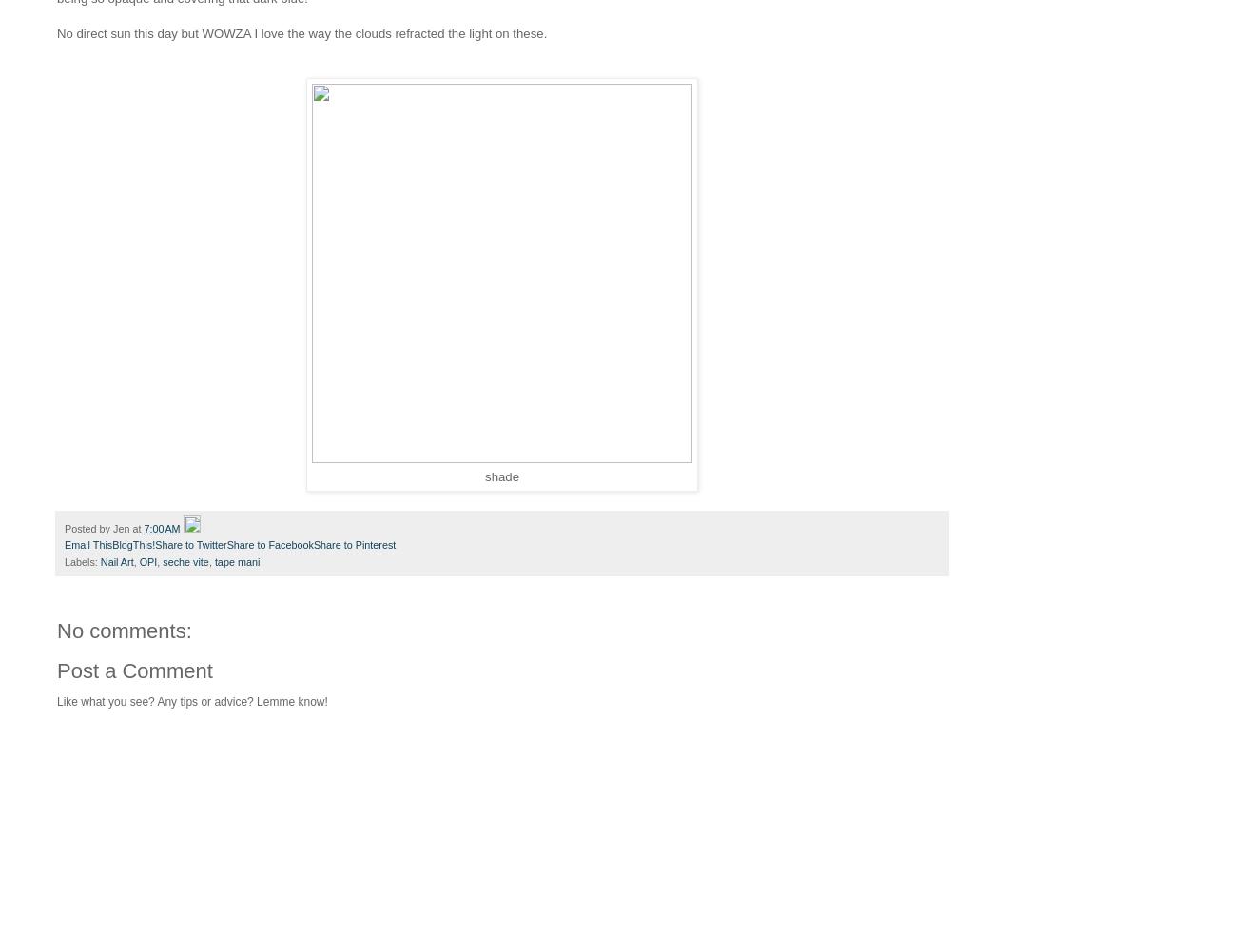  Describe the element at coordinates (301, 32) in the screenshot. I see `'No direct sun this day but WOWZA I love the way the clouds refracted the light on these.'` at that location.